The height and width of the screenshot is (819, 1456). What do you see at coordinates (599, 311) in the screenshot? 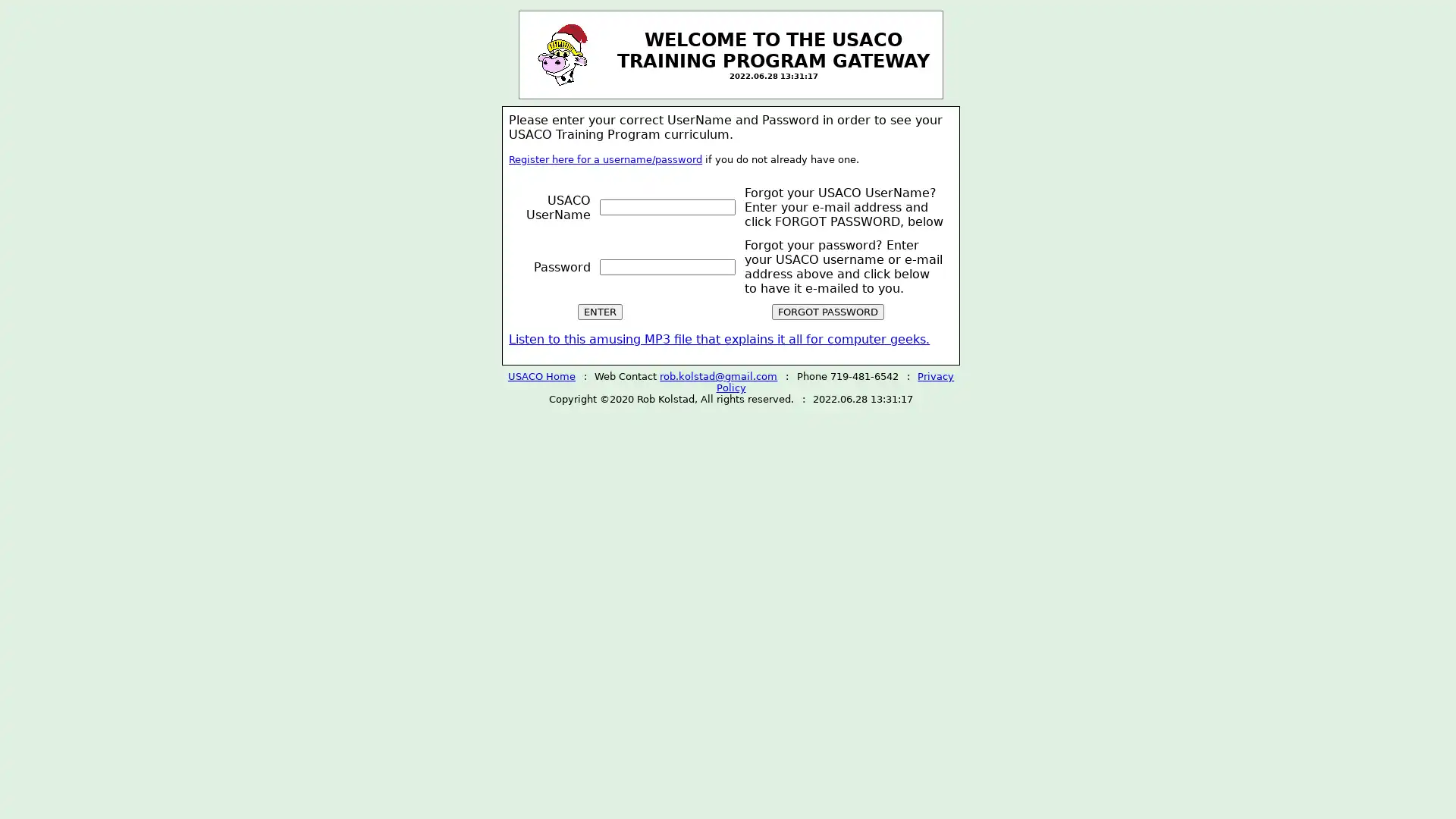
I see `ENTER` at bounding box center [599, 311].